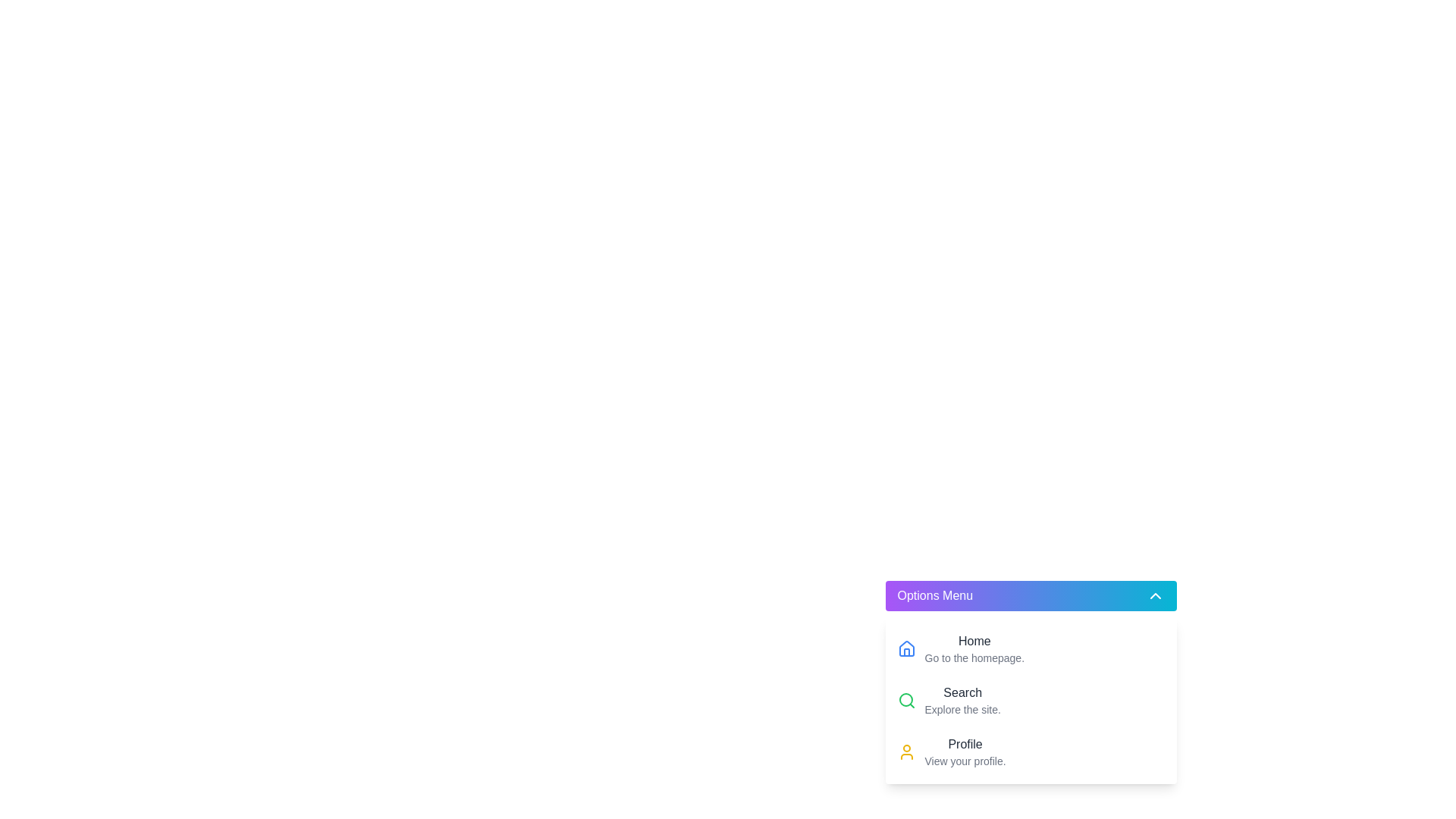 The image size is (1456, 819). What do you see at coordinates (974, 657) in the screenshot?
I see `the text label reading 'Go to the homepage.' located beneath the 'Home' text in the 'Options Menu' vertical layout` at bounding box center [974, 657].